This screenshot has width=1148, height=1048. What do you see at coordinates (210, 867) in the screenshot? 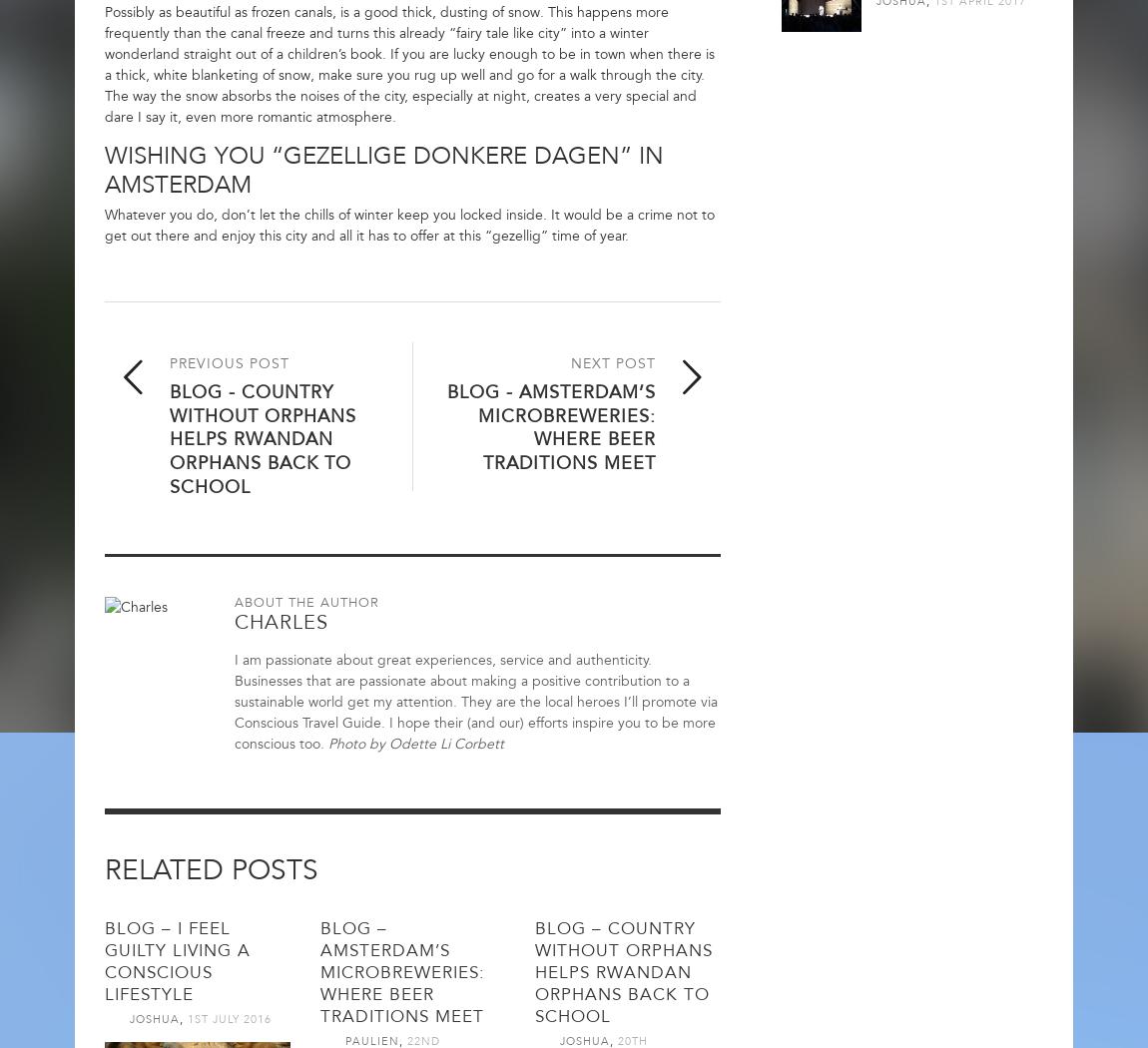
I see `'Related Posts'` at bounding box center [210, 867].